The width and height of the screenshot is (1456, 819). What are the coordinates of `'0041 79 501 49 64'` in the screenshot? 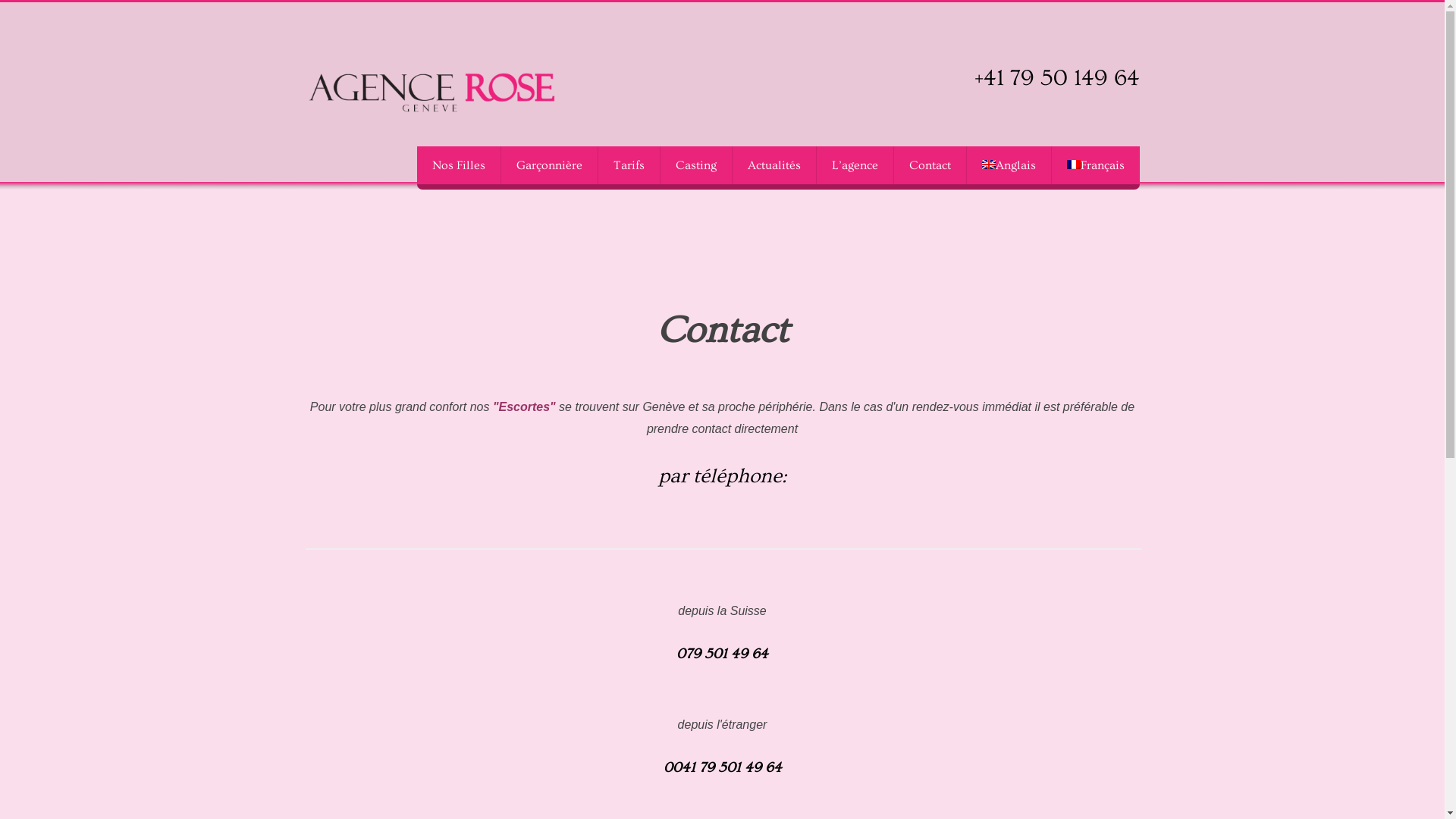 It's located at (720, 767).